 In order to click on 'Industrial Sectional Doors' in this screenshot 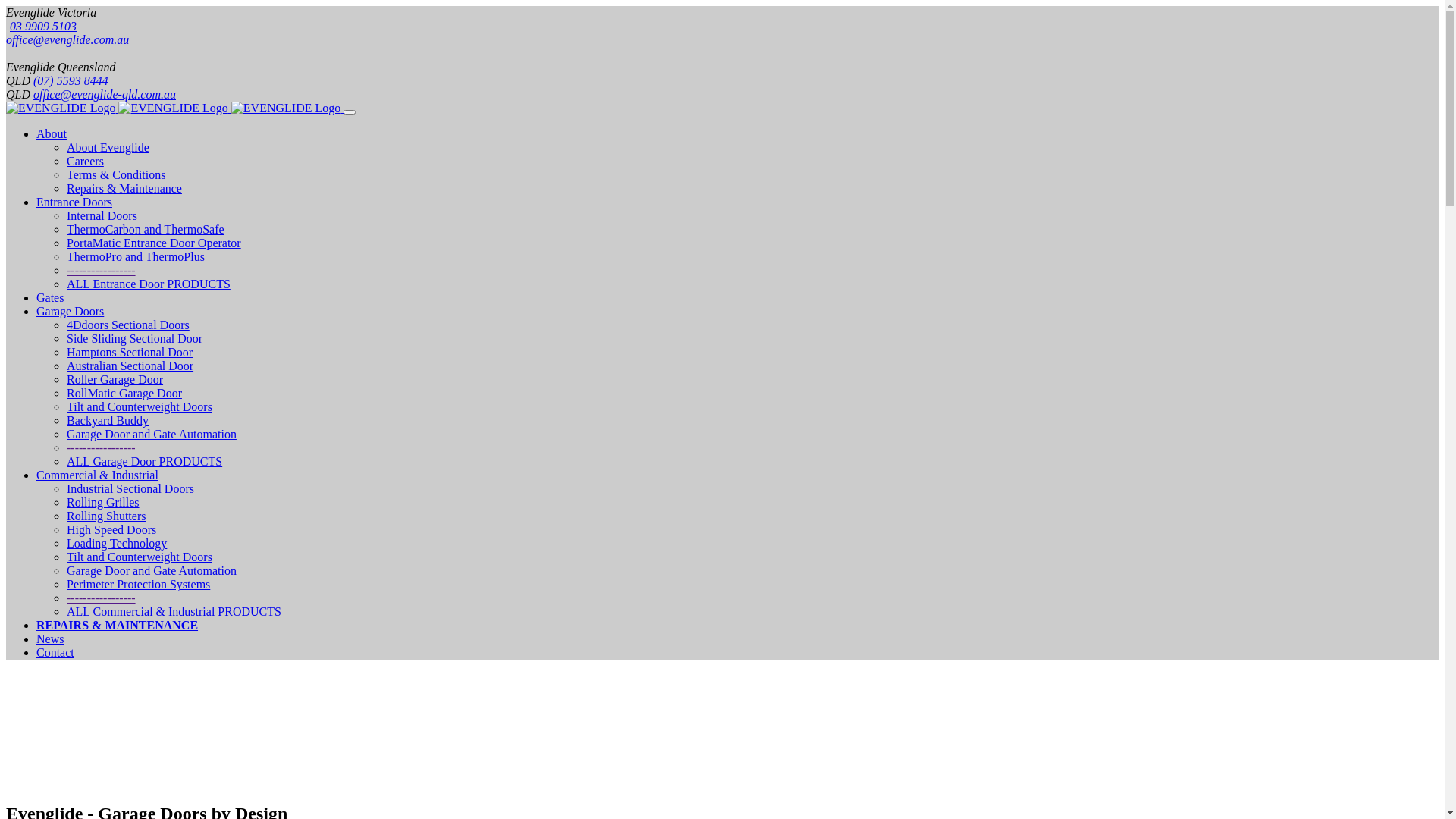, I will do `click(130, 488)`.